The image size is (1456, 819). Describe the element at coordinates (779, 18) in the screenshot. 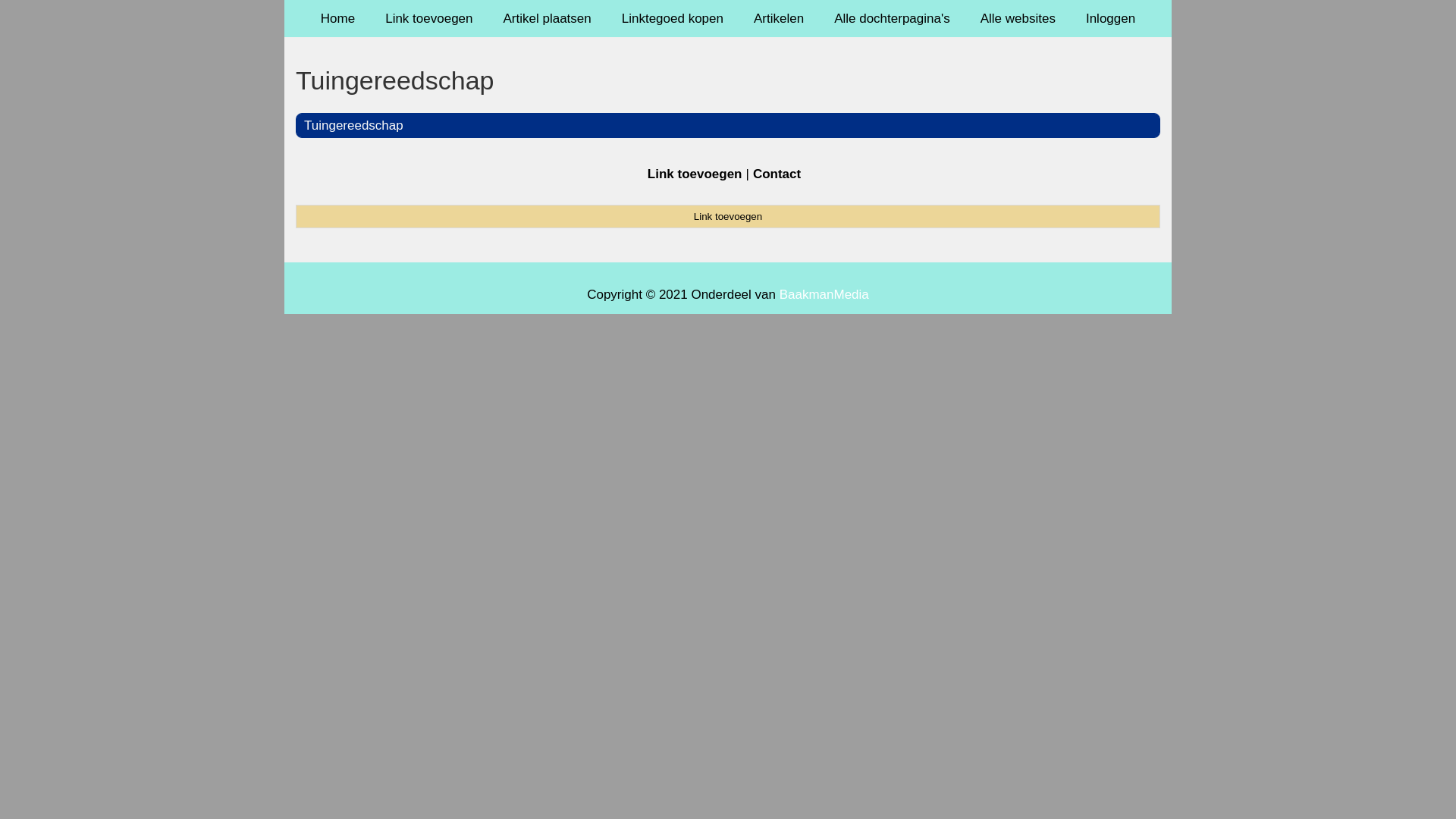

I see `'Artikelen'` at that location.